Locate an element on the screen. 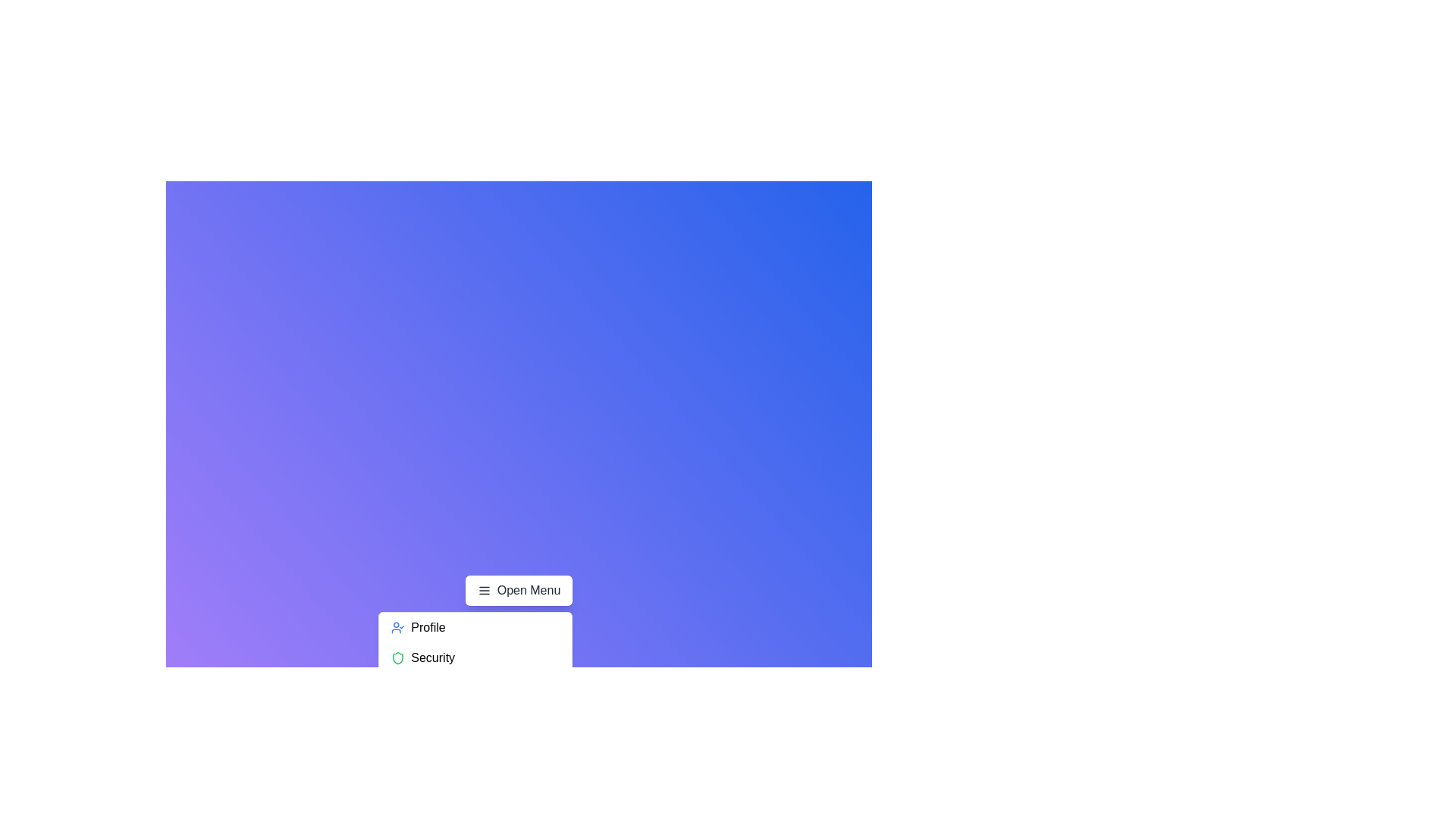  the menu item Security by clicking on it is located at coordinates (475, 657).